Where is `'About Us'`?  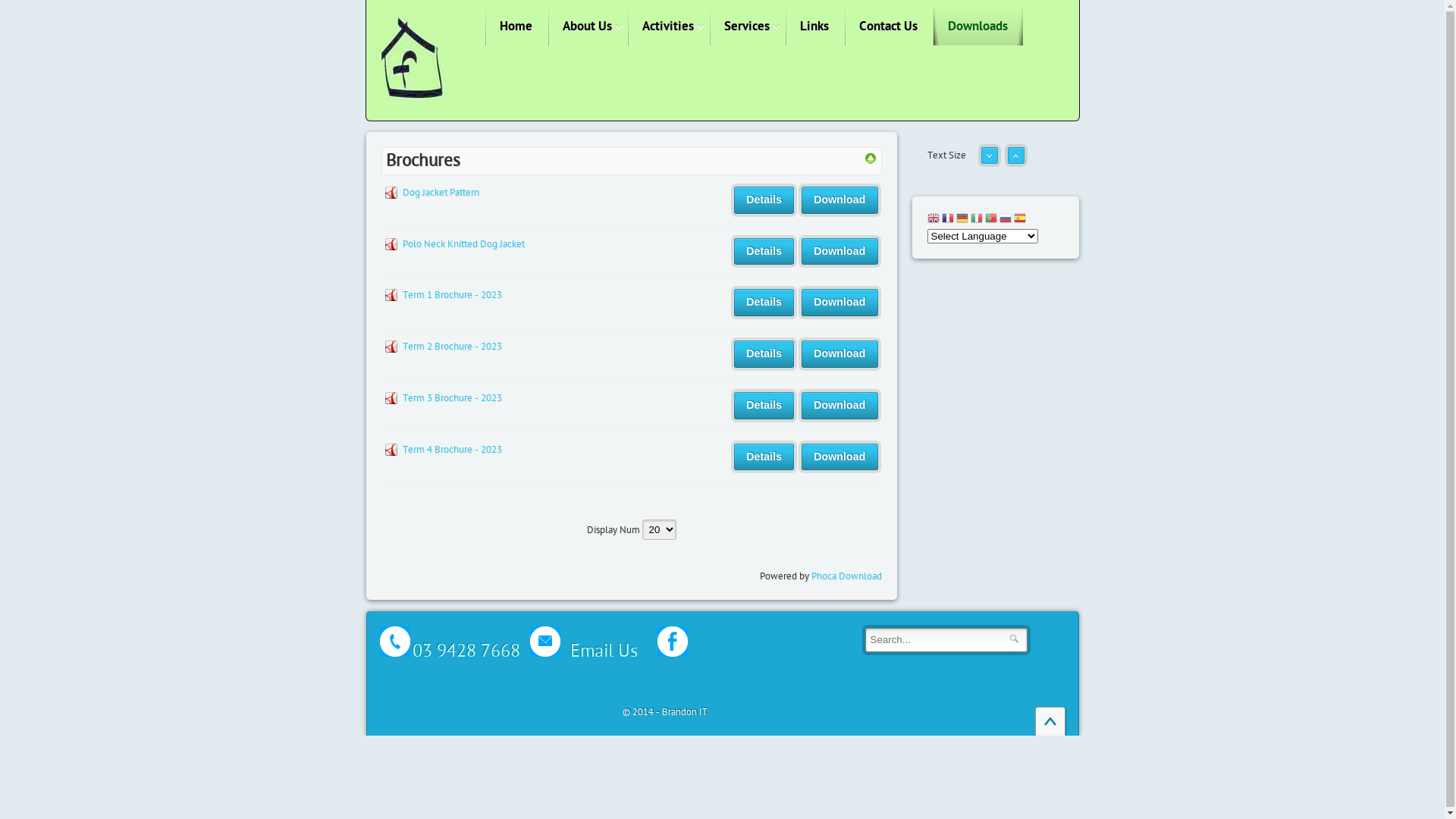
'About Us' is located at coordinates (586, 26).